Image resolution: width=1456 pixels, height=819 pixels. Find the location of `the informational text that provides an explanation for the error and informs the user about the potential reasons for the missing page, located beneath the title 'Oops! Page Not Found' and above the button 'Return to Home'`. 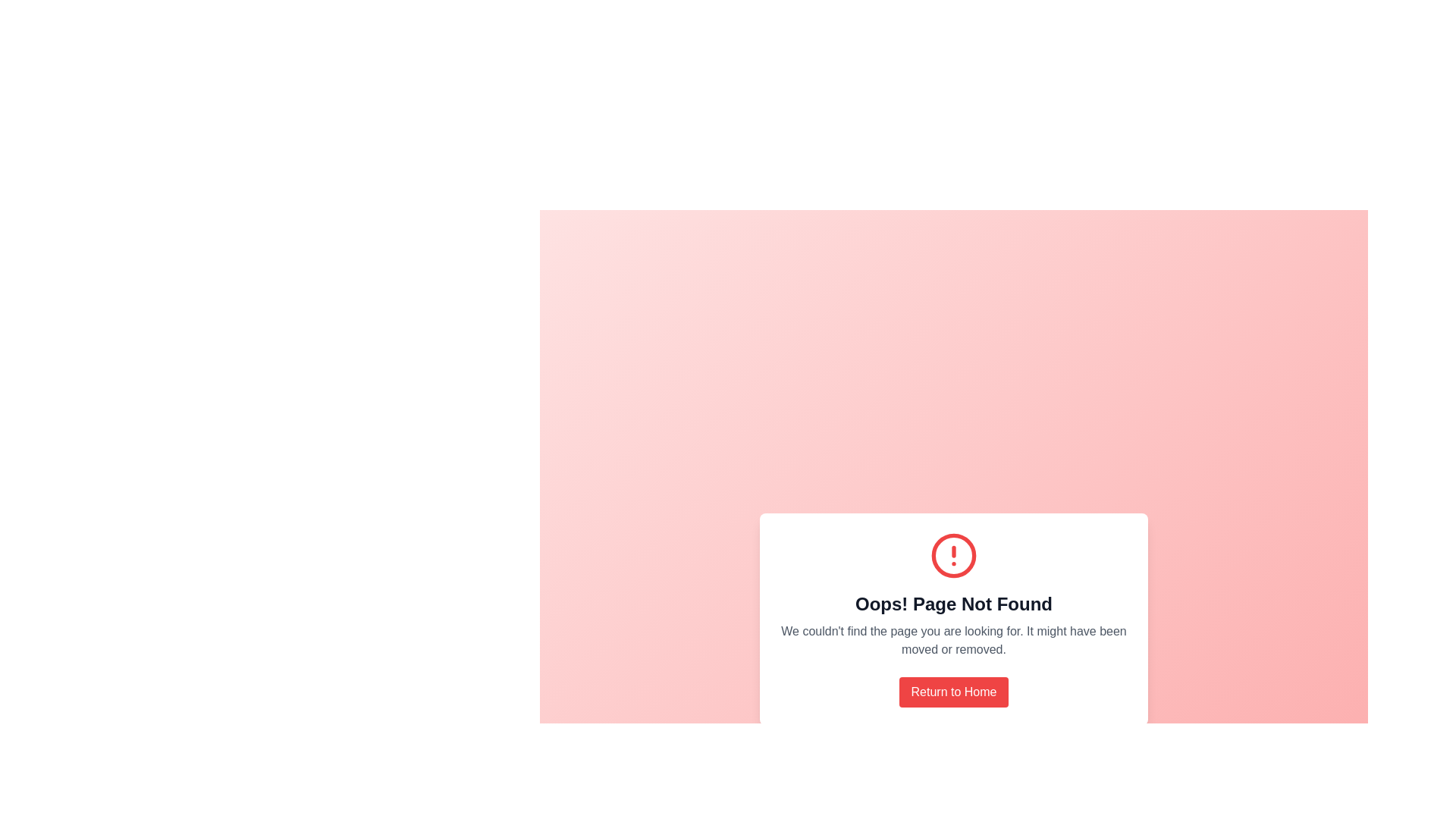

the informational text that provides an explanation for the error and informs the user about the potential reasons for the missing page, located beneath the title 'Oops! Page Not Found' and above the button 'Return to Home' is located at coordinates (952, 640).